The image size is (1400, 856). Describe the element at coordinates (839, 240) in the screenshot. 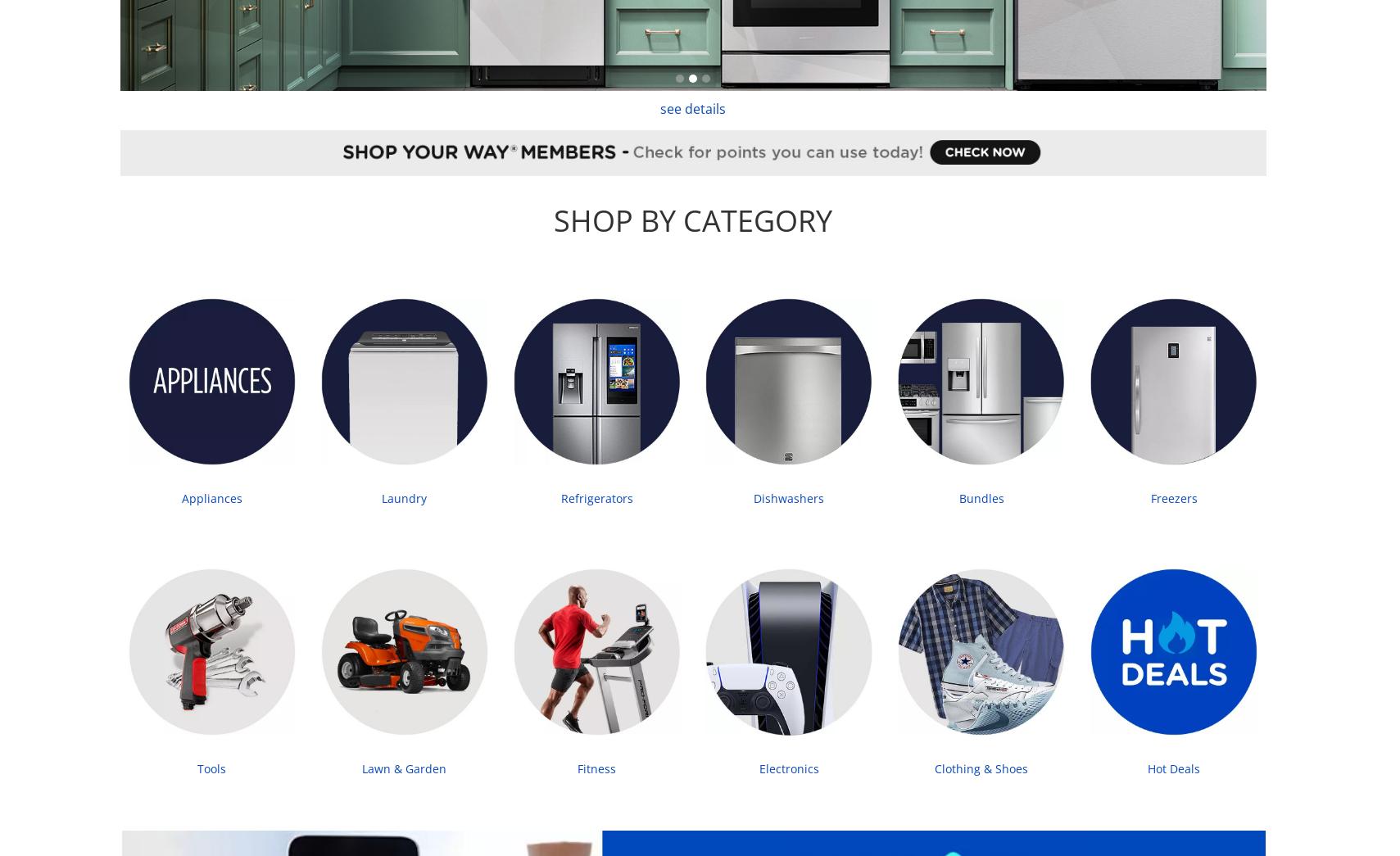

I see `'Sell on Sears'` at that location.